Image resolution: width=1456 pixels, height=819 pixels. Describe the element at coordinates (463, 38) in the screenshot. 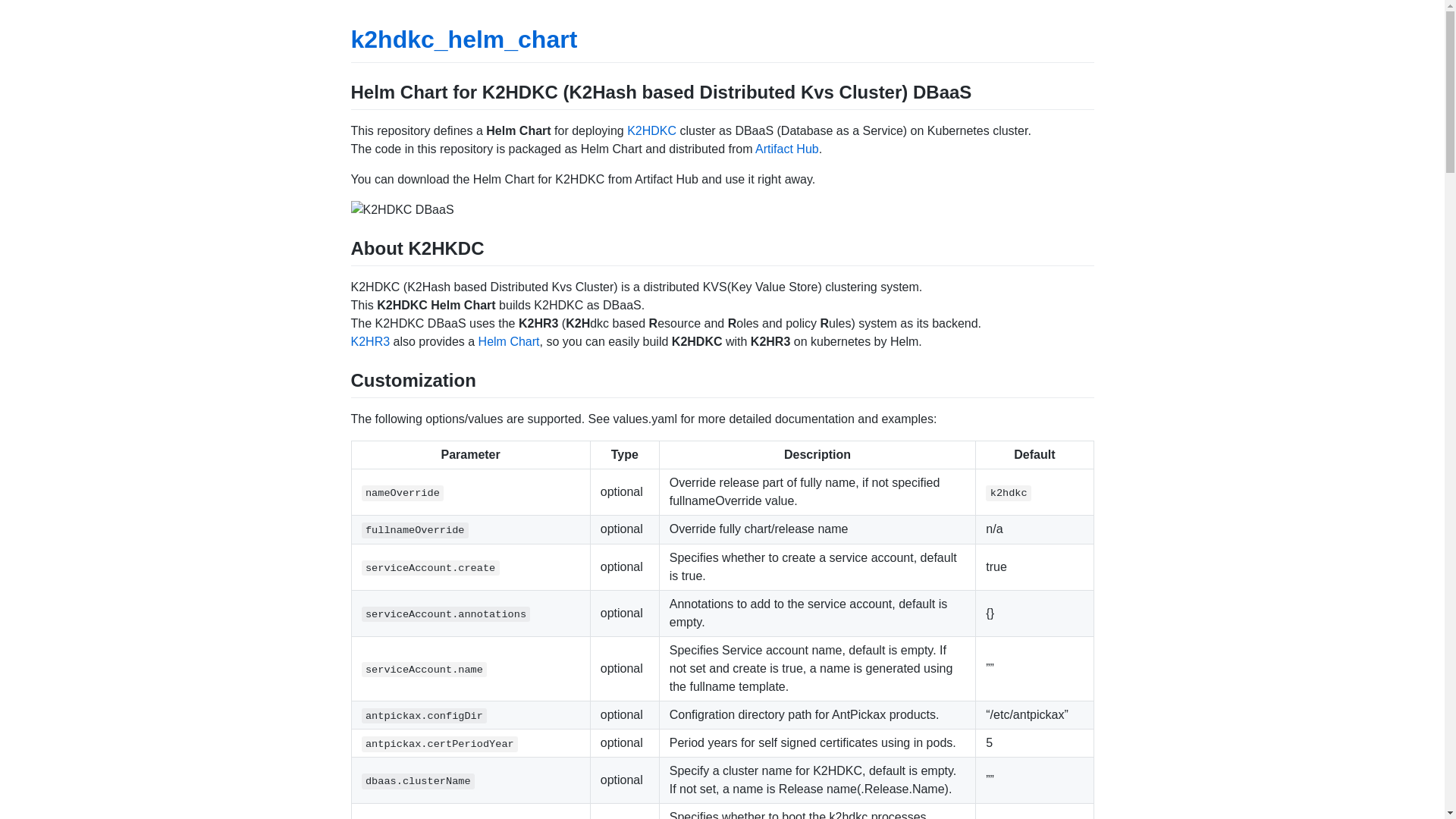

I see `'k2hdkc_helm_chart'` at that location.